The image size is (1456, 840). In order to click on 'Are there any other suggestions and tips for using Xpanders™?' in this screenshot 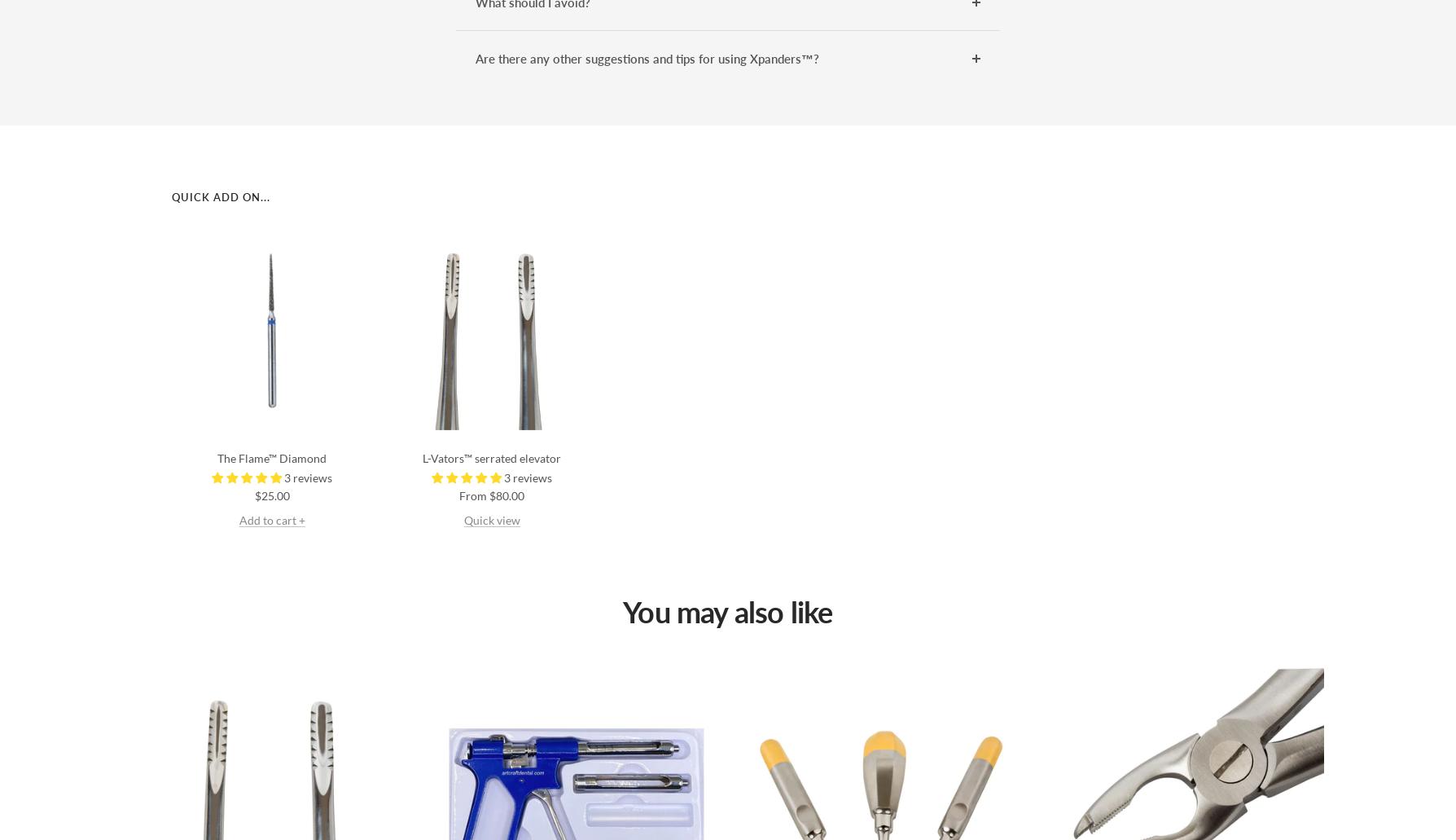, I will do `click(647, 58)`.